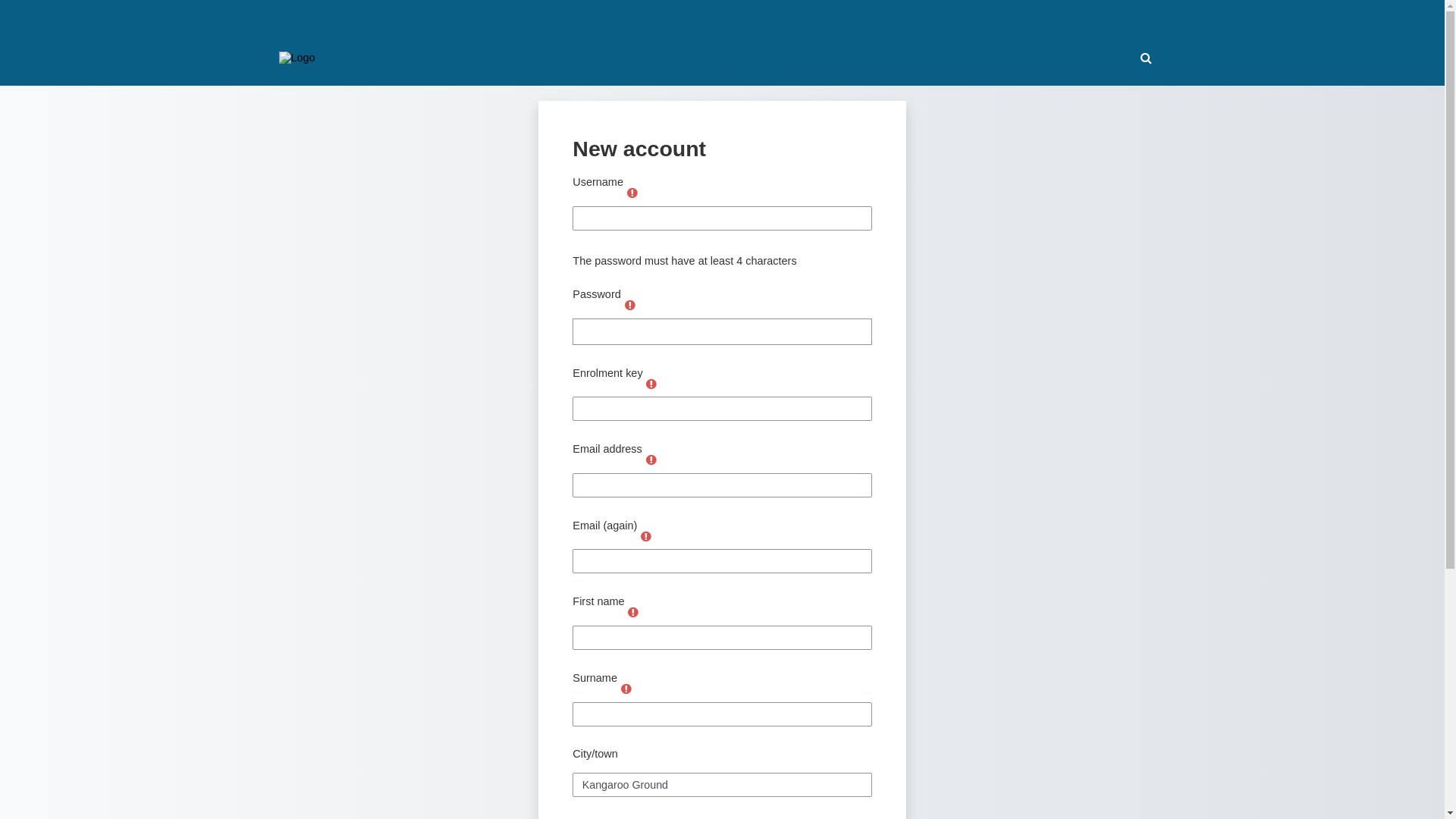  I want to click on 'Required', so click(632, 192).